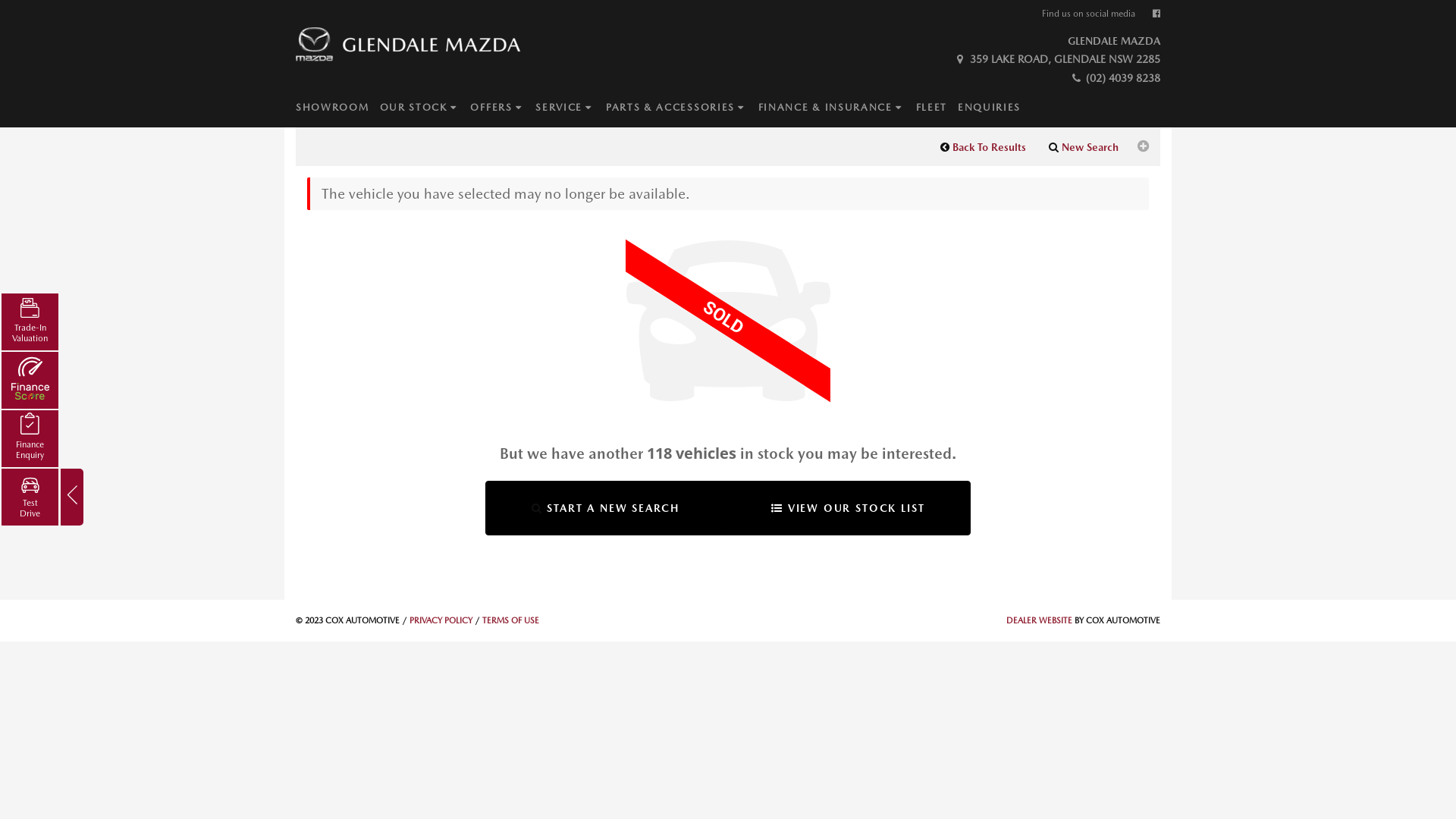 The image size is (1456, 819). What do you see at coordinates (409, 620) in the screenshot?
I see `'PRIVACY POLICY'` at bounding box center [409, 620].